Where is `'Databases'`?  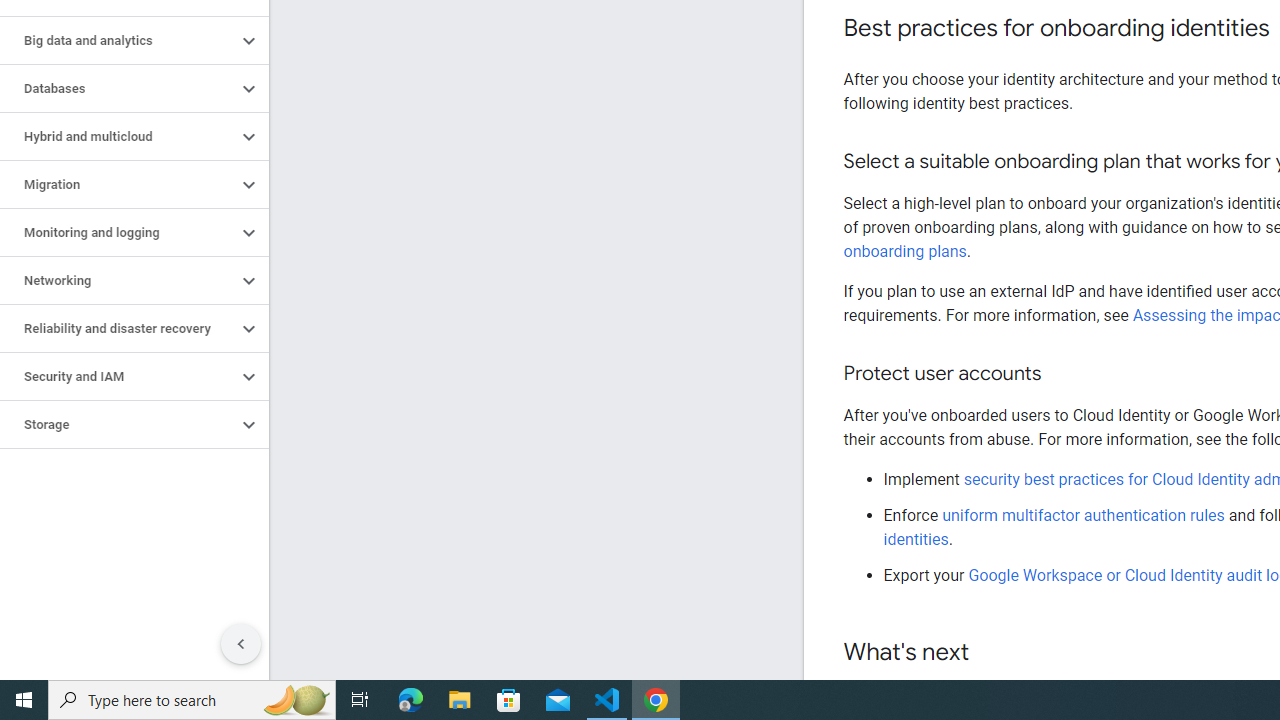
'Databases' is located at coordinates (117, 87).